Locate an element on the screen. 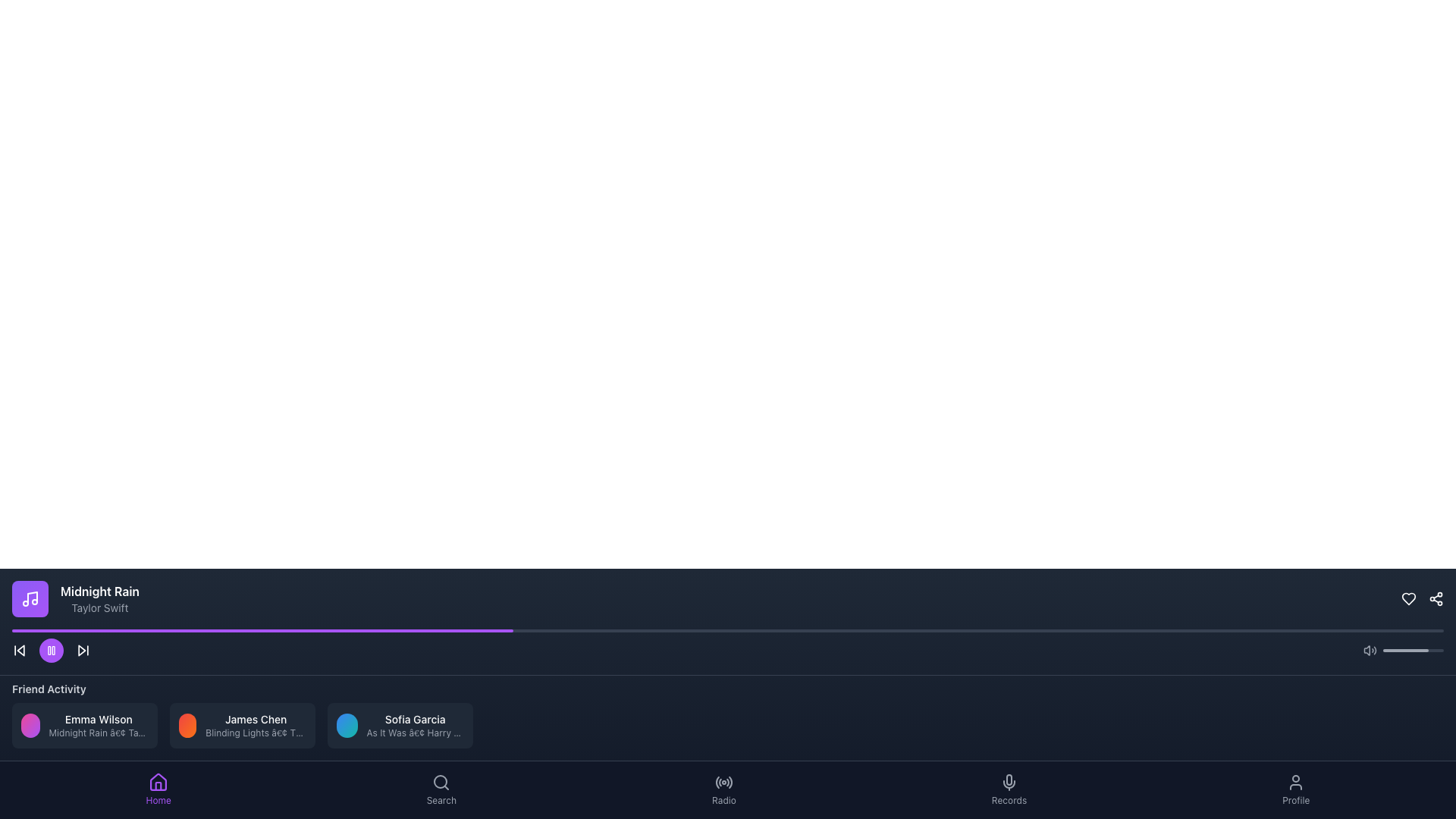 This screenshot has width=1456, height=819. the progress bar is located at coordinates (327, 631).